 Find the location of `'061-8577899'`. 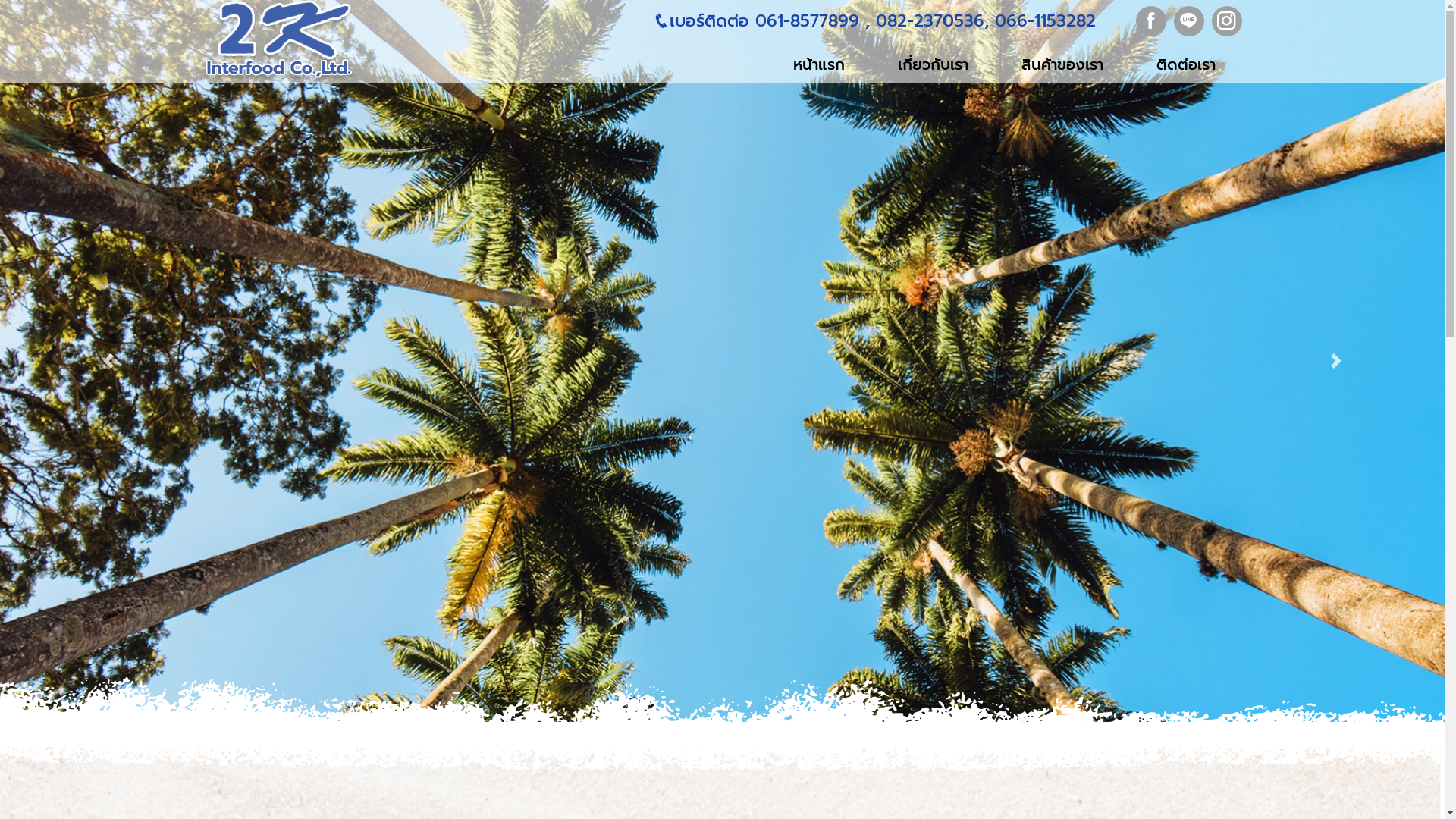

'061-8577899' is located at coordinates (749, 20).